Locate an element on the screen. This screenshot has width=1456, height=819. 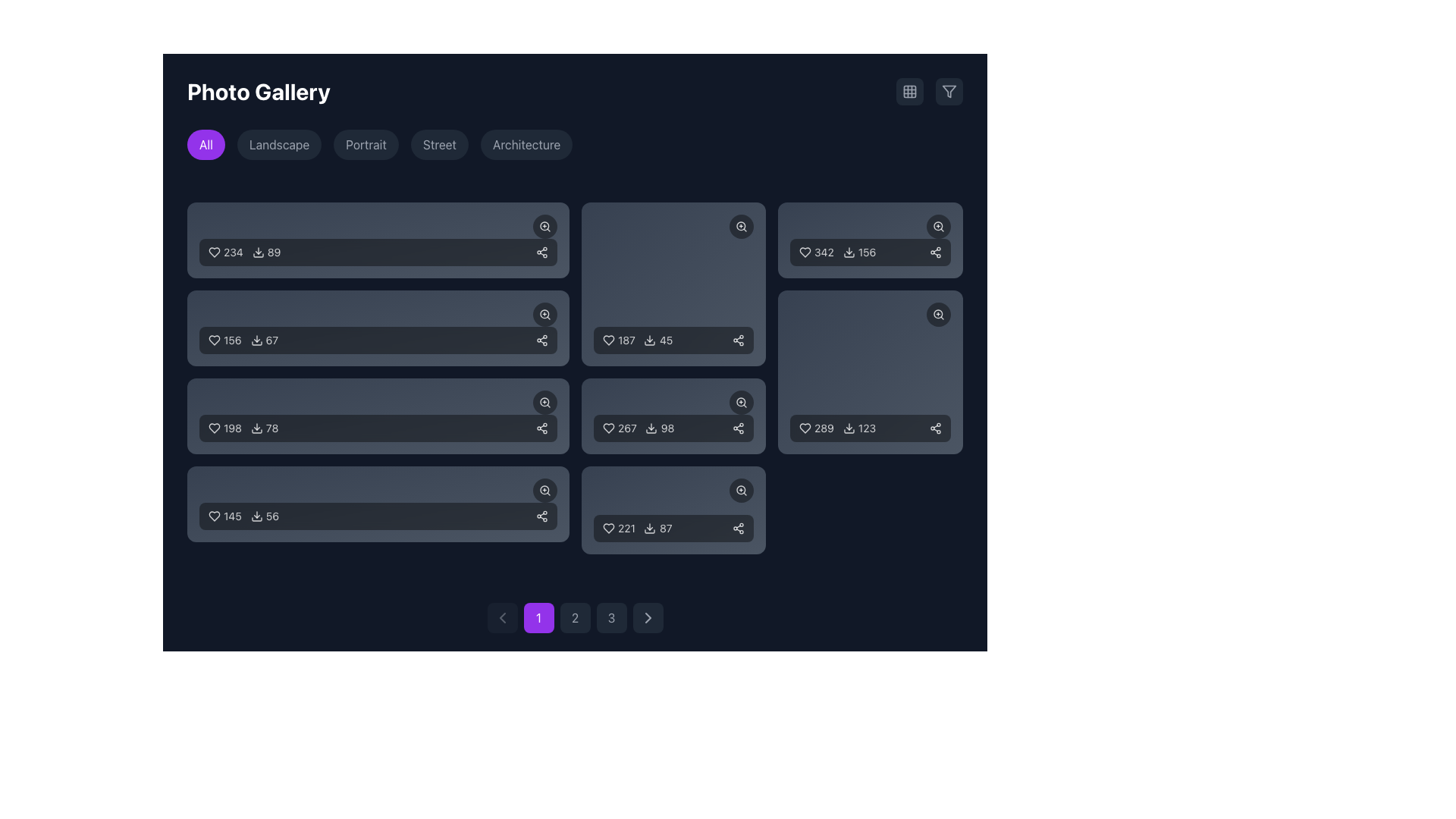
the download icon in the Metric display component, which shows '87' next to a download icon is located at coordinates (637, 528).